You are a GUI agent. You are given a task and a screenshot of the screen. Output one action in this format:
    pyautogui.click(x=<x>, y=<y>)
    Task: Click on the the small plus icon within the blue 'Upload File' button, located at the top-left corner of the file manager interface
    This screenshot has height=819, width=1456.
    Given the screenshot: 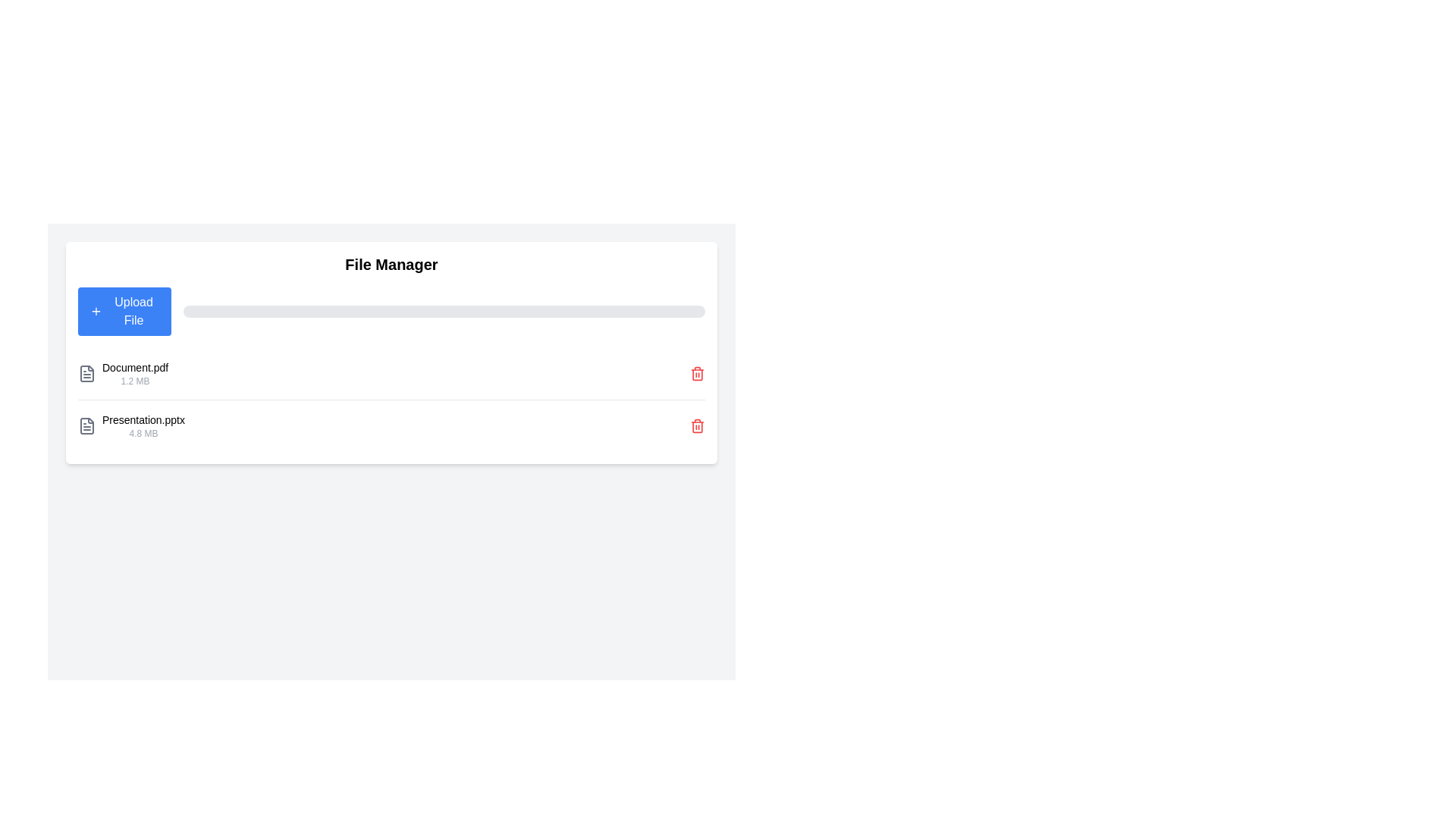 What is the action you would take?
    pyautogui.click(x=96, y=311)
    